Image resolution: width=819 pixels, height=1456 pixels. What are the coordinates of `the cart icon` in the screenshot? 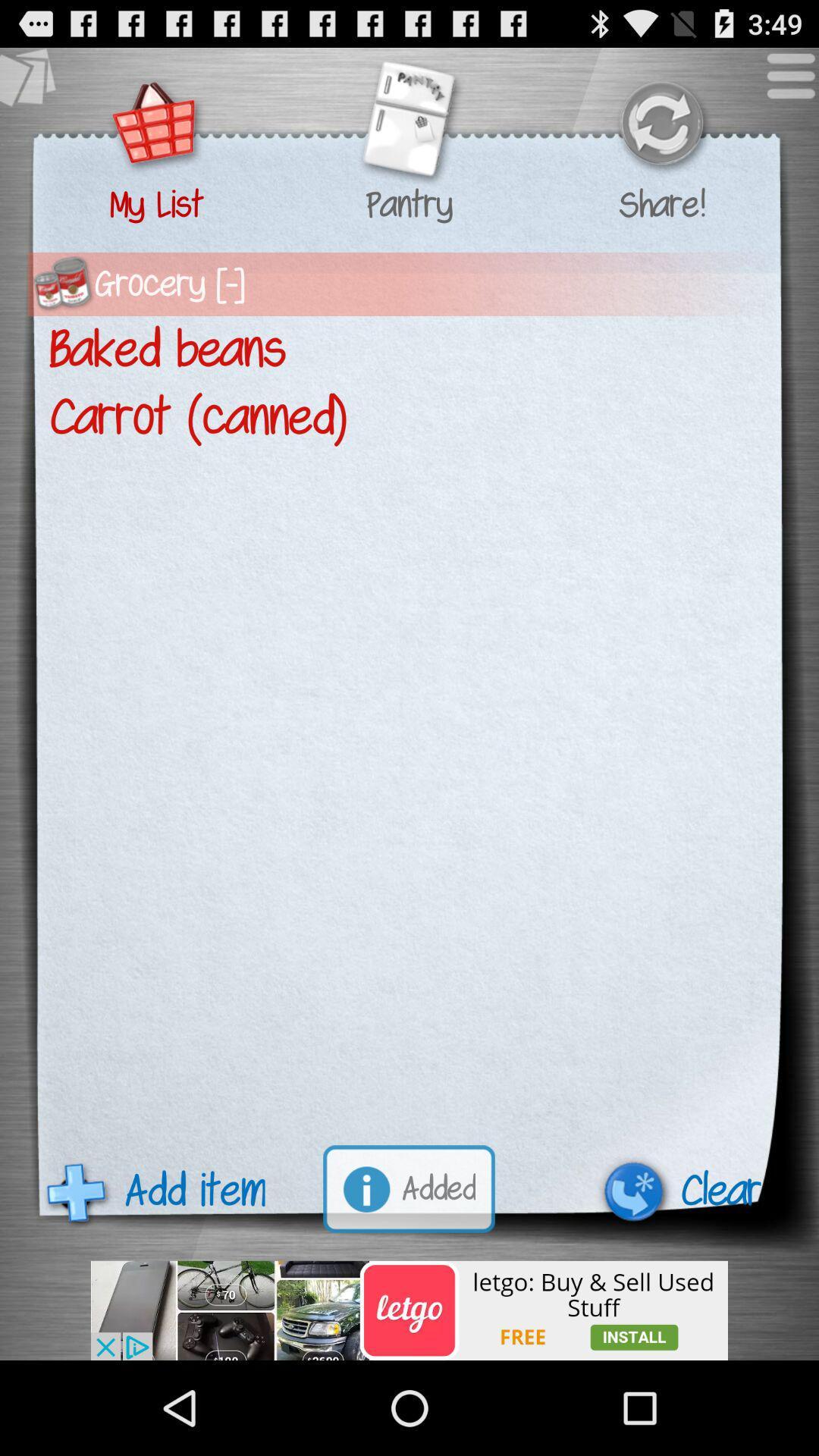 It's located at (156, 134).